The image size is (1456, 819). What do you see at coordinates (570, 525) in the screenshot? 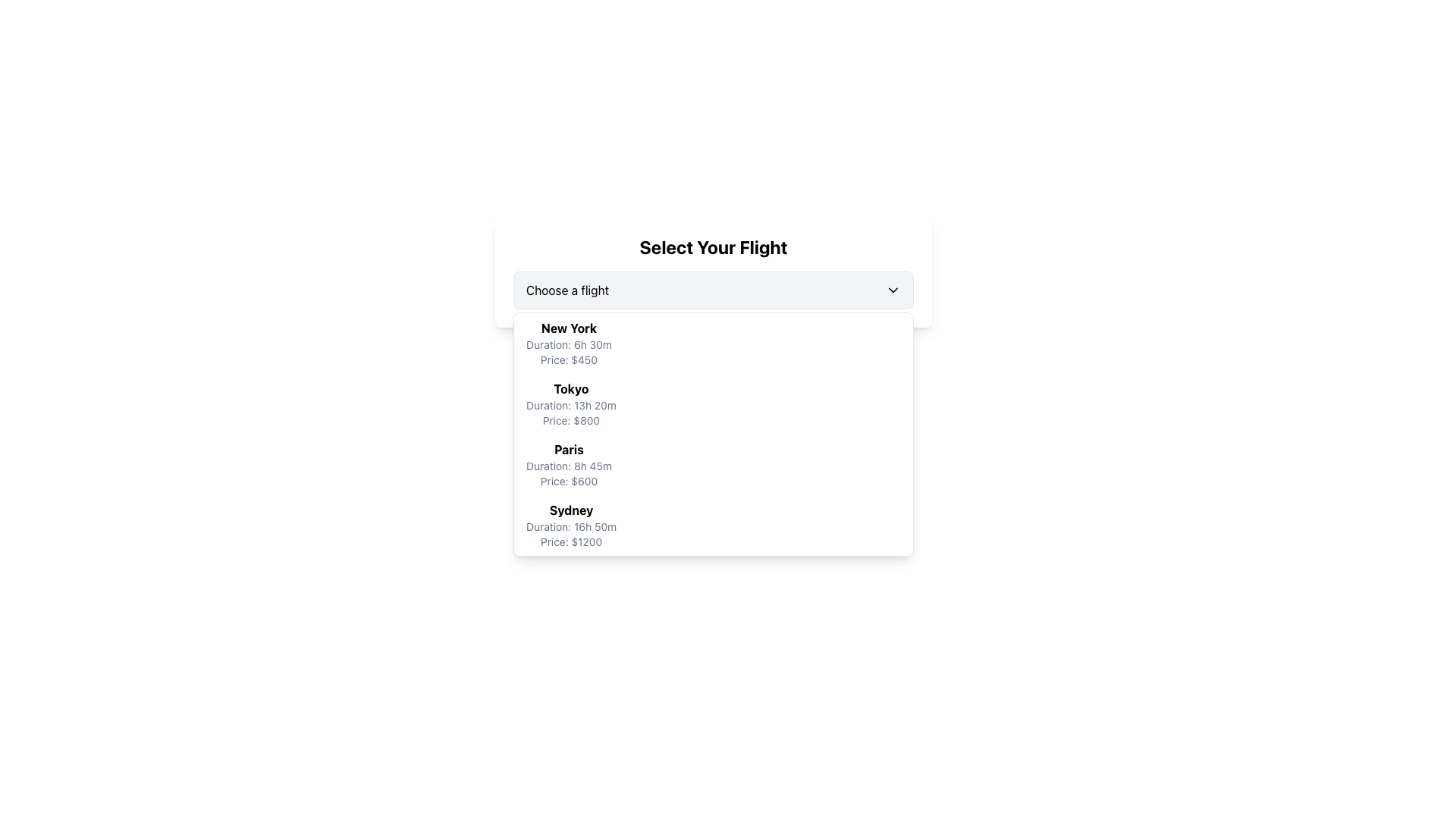
I see `the fourth list item in the dropdown menu under 'Choose a flight' that presents a specific flight option for Sydney` at bounding box center [570, 525].